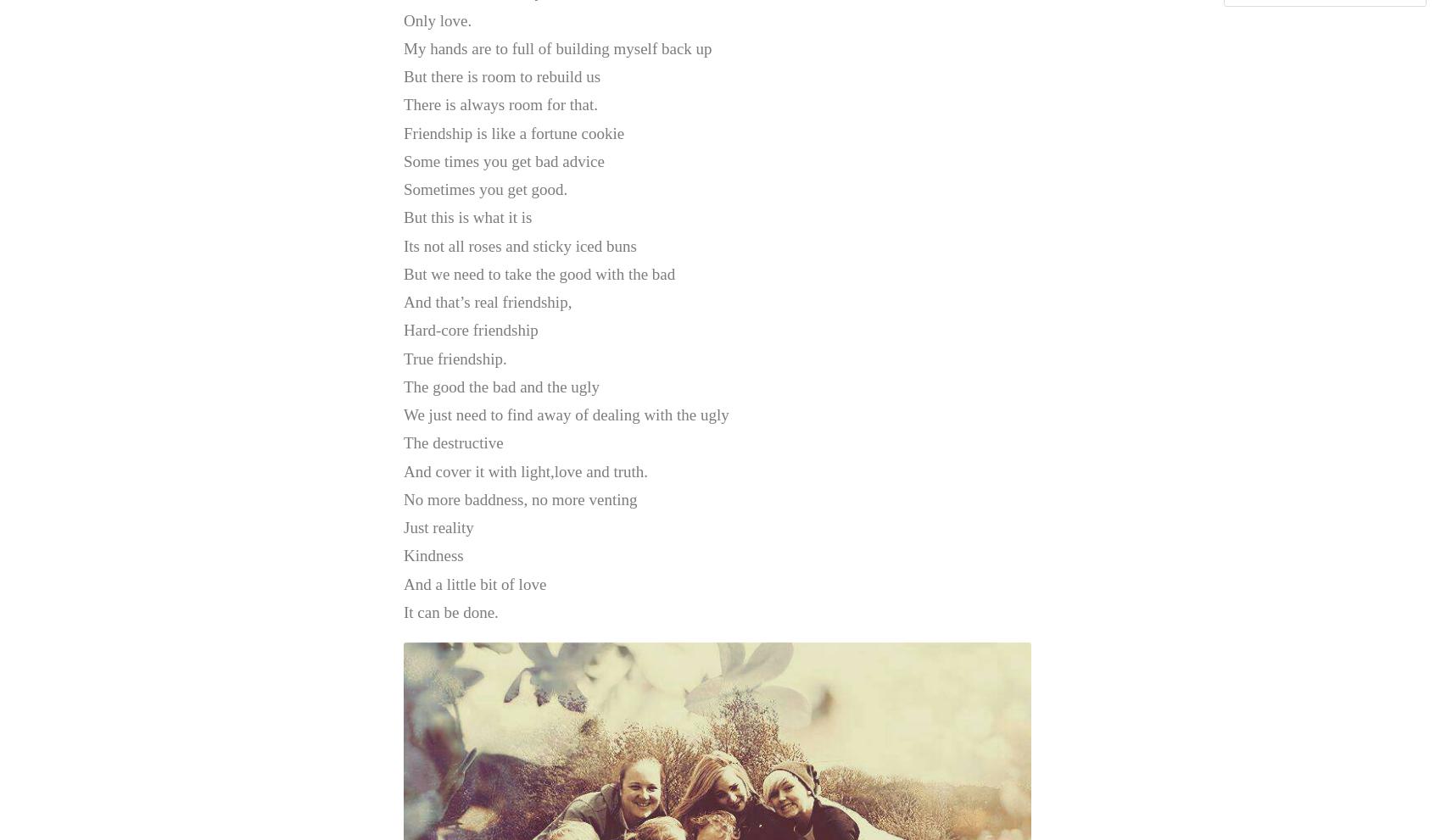 Image resolution: width=1435 pixels, height=840 pixels. I want to click on 'And that’s real friendship,', so click(486, 302).